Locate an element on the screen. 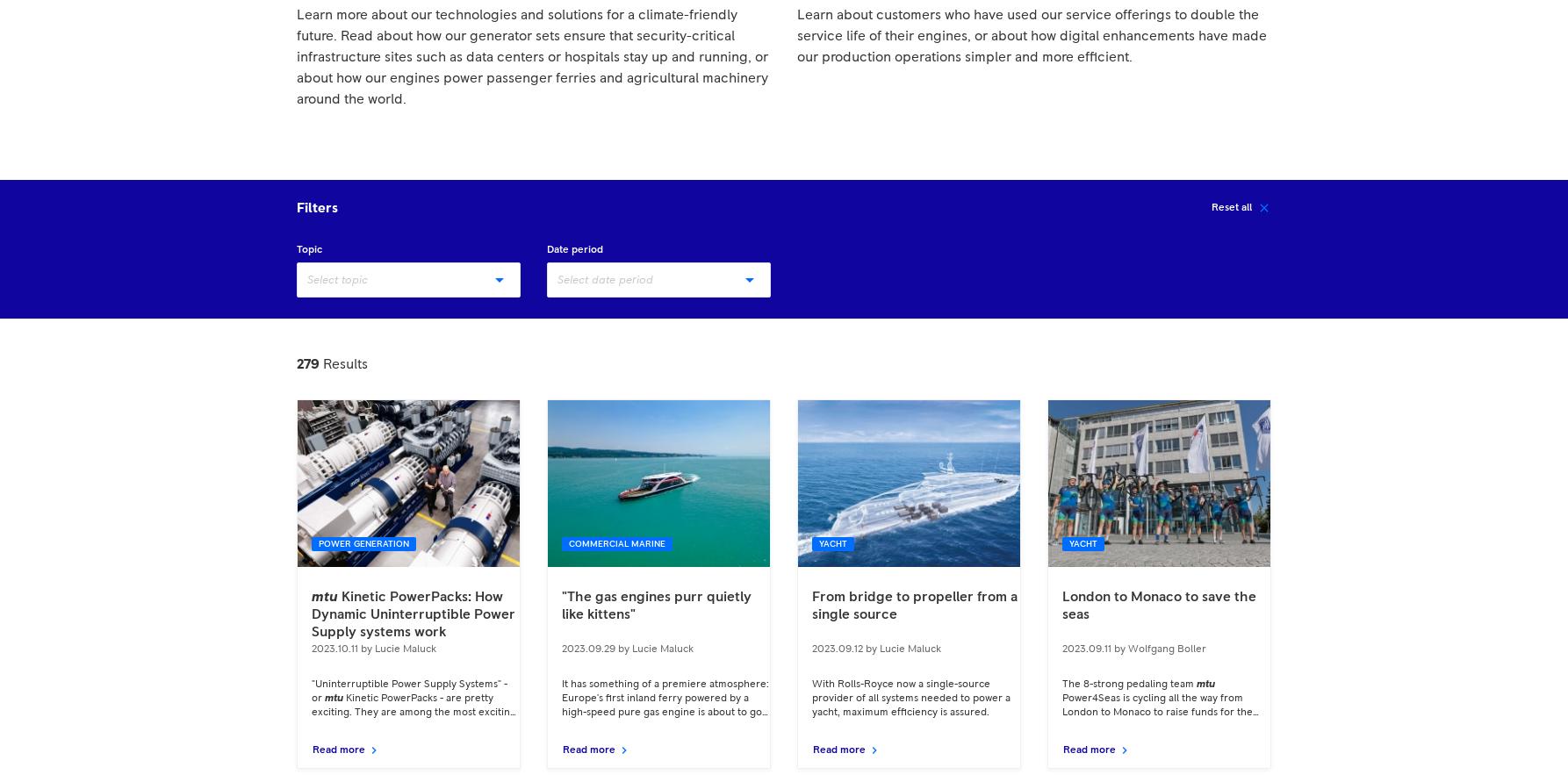  'Kinetic PowerPacks: How Dynamic Uninterruptible Power Supply systems work' is located at coordinates (412, 612).